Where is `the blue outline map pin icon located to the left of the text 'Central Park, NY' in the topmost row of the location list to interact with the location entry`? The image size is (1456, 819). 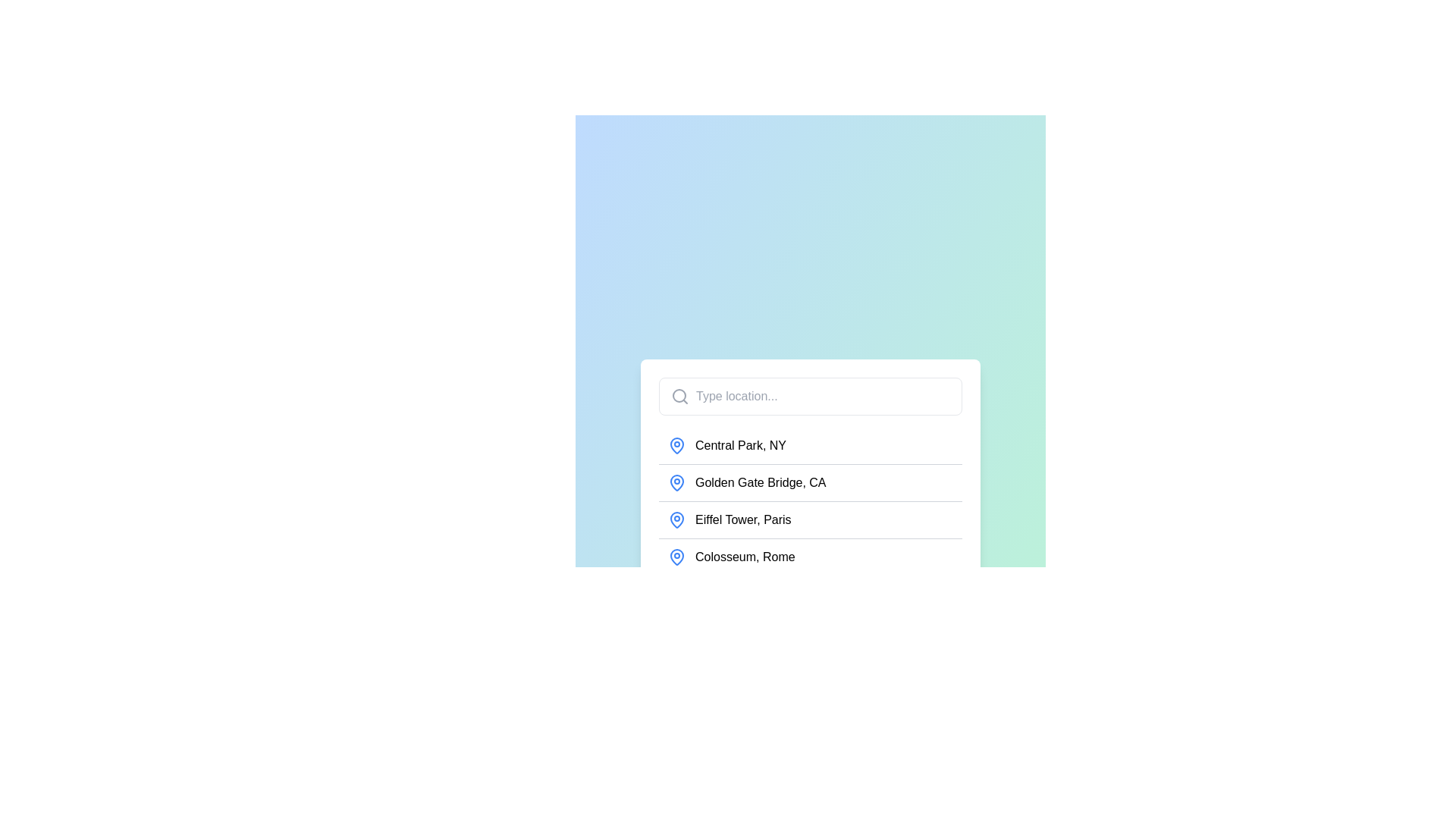 the blue outline map pin icon located to the left of the text 'Central Park, NY' in the topmost row of the location list to interact with the location entry is located at coordinates (676, 444).